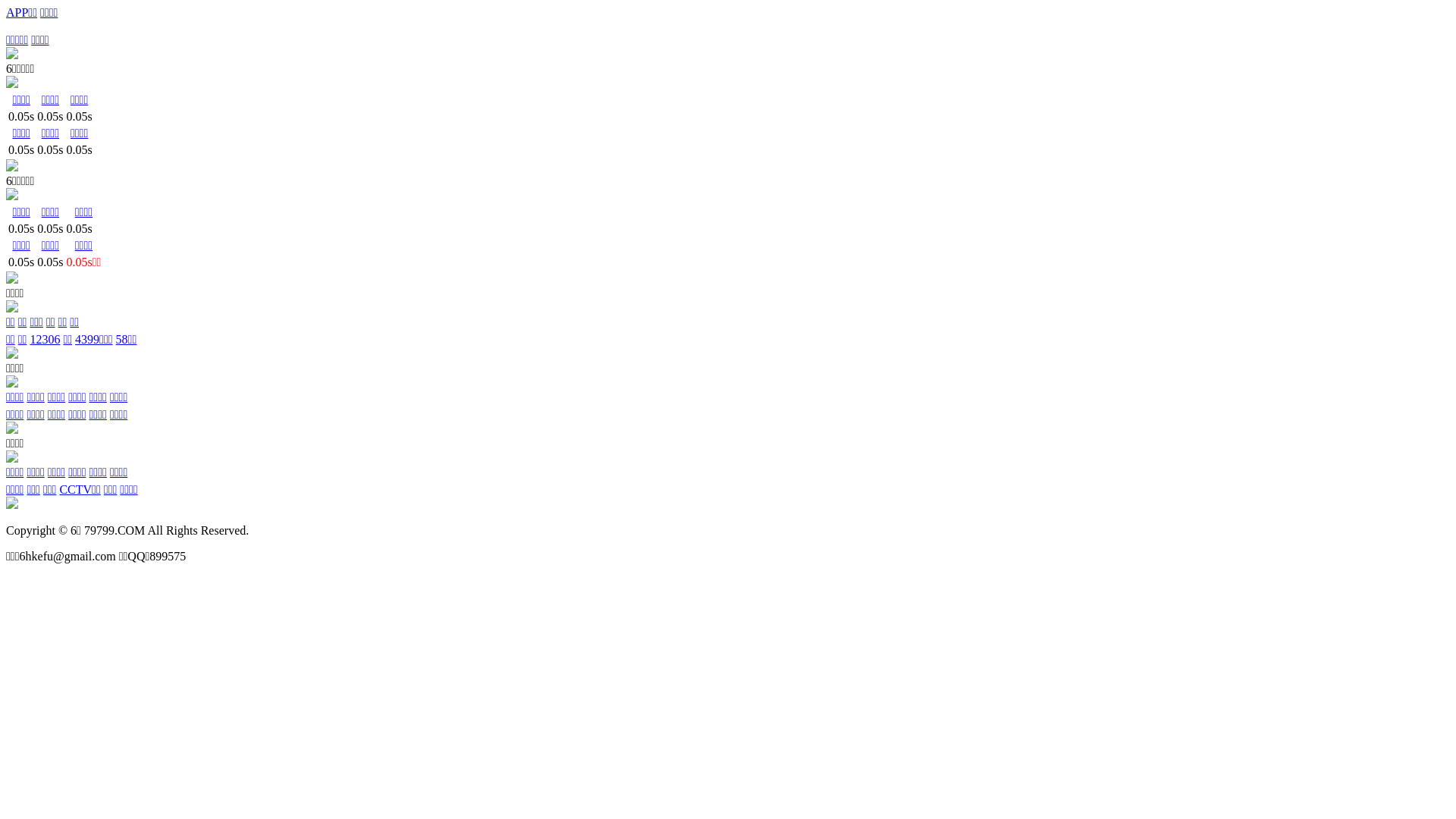 The image size is (1456, 819). What do you see at coordinates (44, 338) in the screenshot?
I see `'12306'` at bounding box center [44, 338].